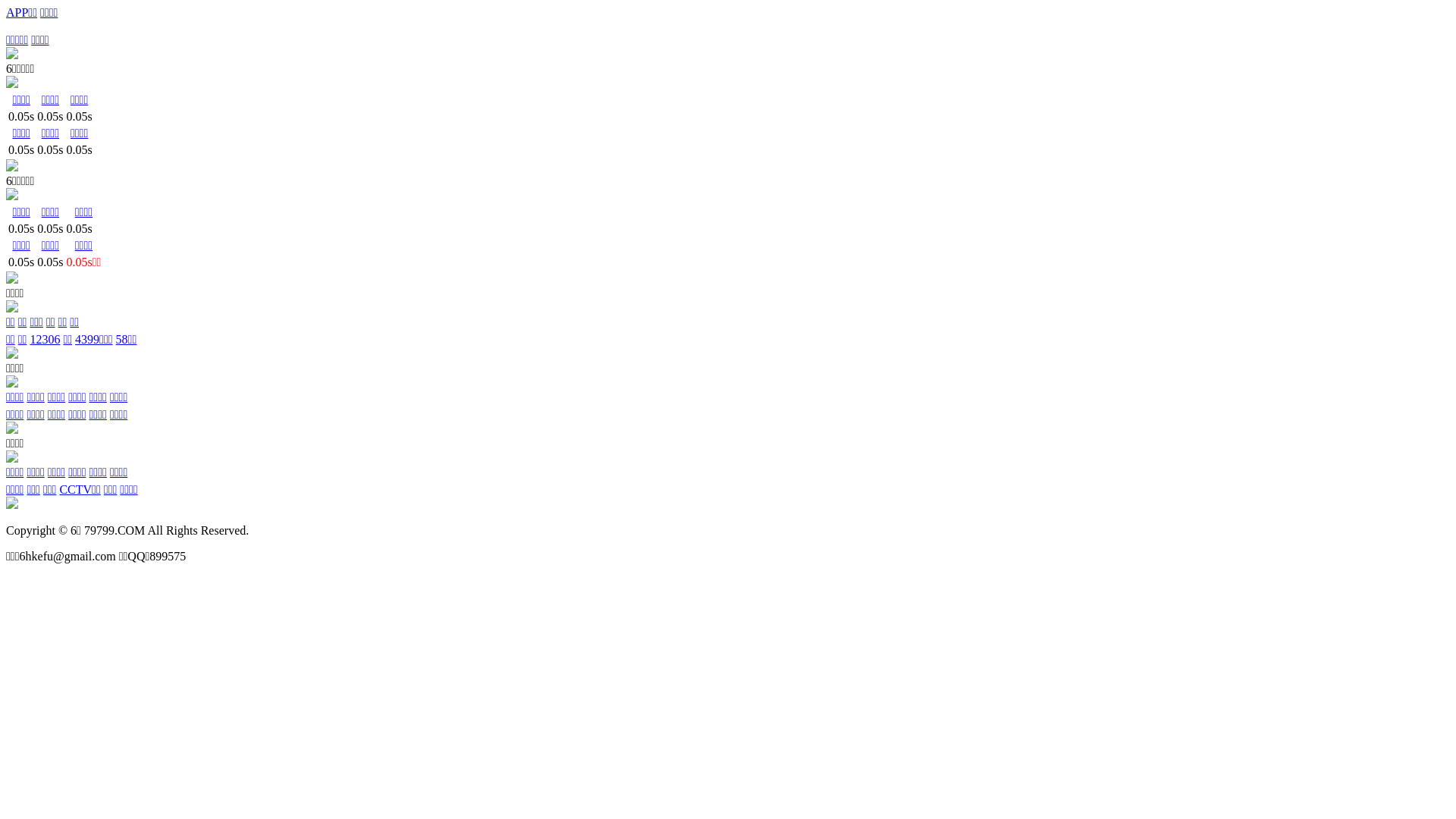 The image size is (1456, 819). What do you see at coordinates (44, 338) in the screenshot?
I see `'12306'` at bounding box center [44, 338].